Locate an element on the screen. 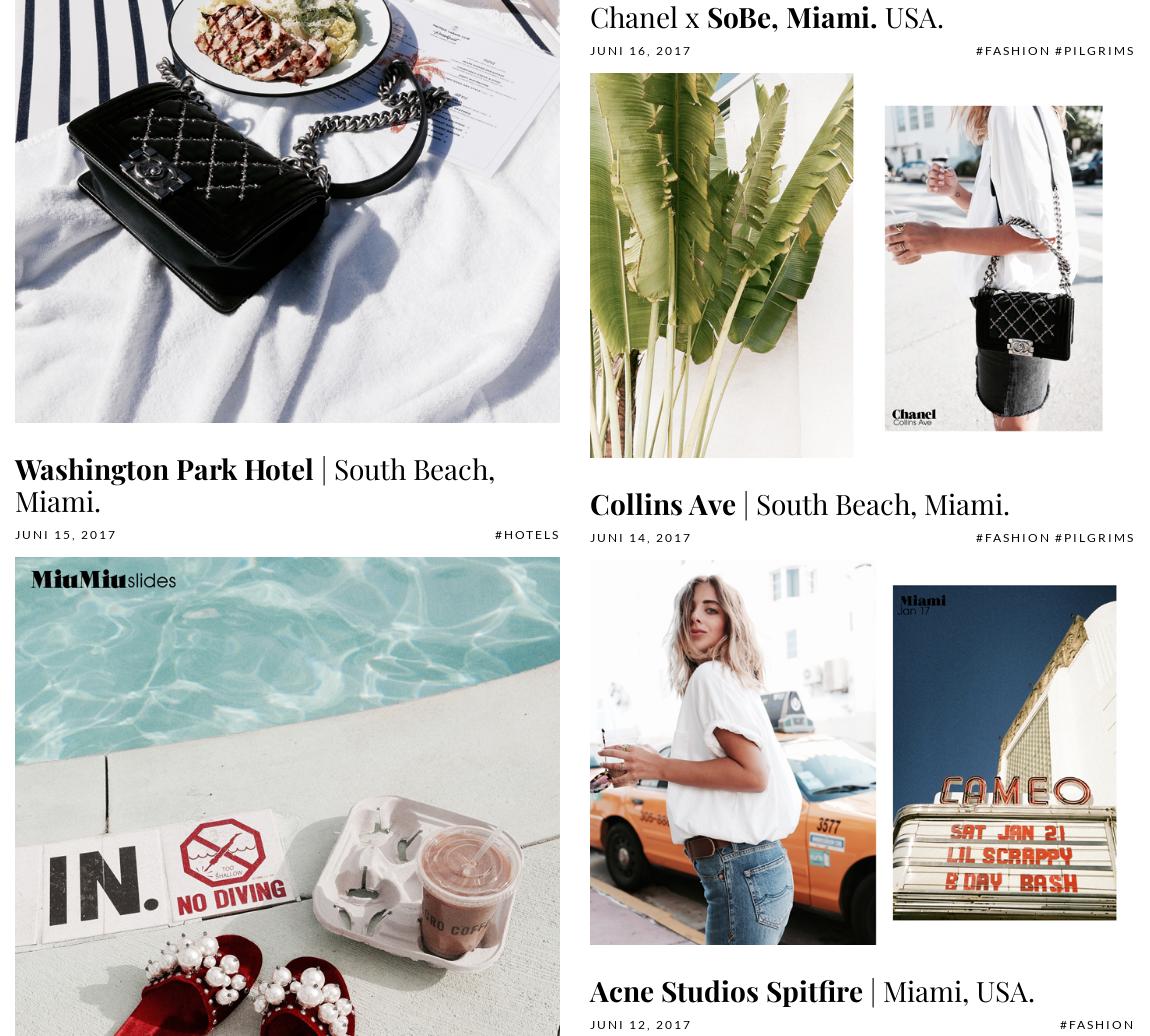 The width and height of the screenshot is (1150, 1036). 'Juni 12, 2017' is located at coordinates (640, 1024).